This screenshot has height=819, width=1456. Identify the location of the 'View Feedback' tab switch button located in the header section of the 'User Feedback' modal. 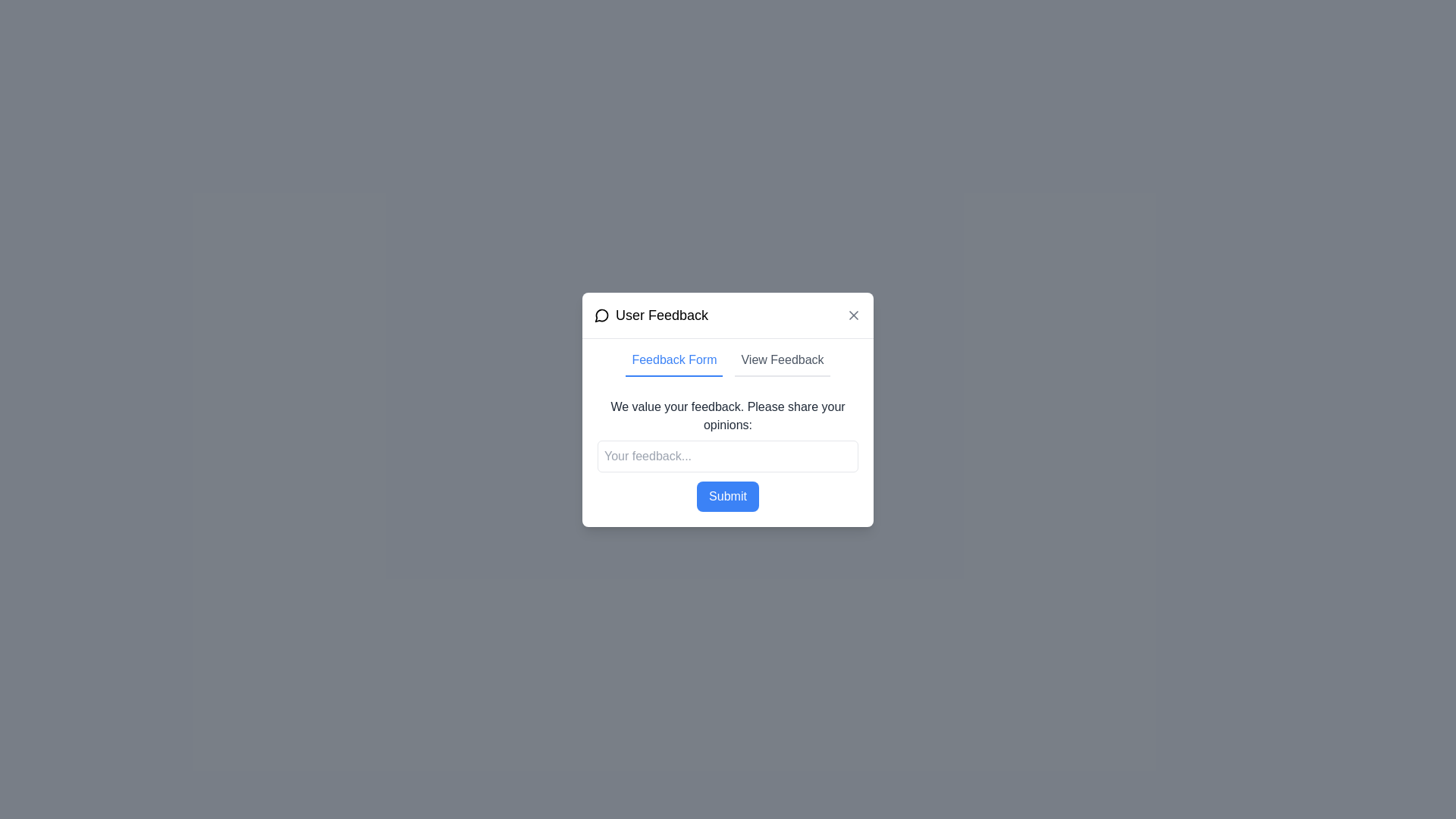
(783, 360).